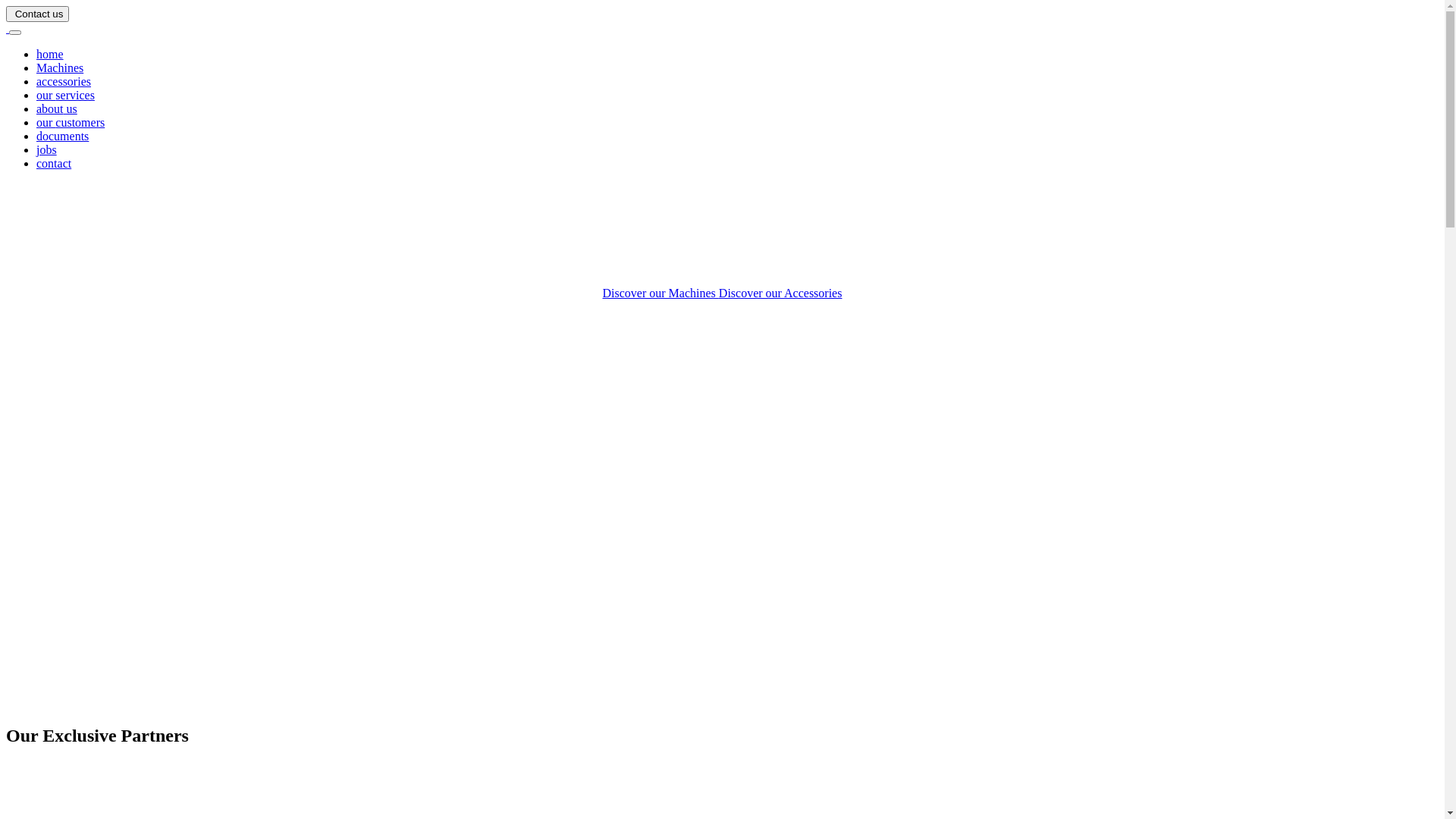 The width and height of the screenshot is (1456, 819). What do you see at coordinates (62, 81) in the screenshot?
I see `'accessories'` at bounding box center [62, 81].